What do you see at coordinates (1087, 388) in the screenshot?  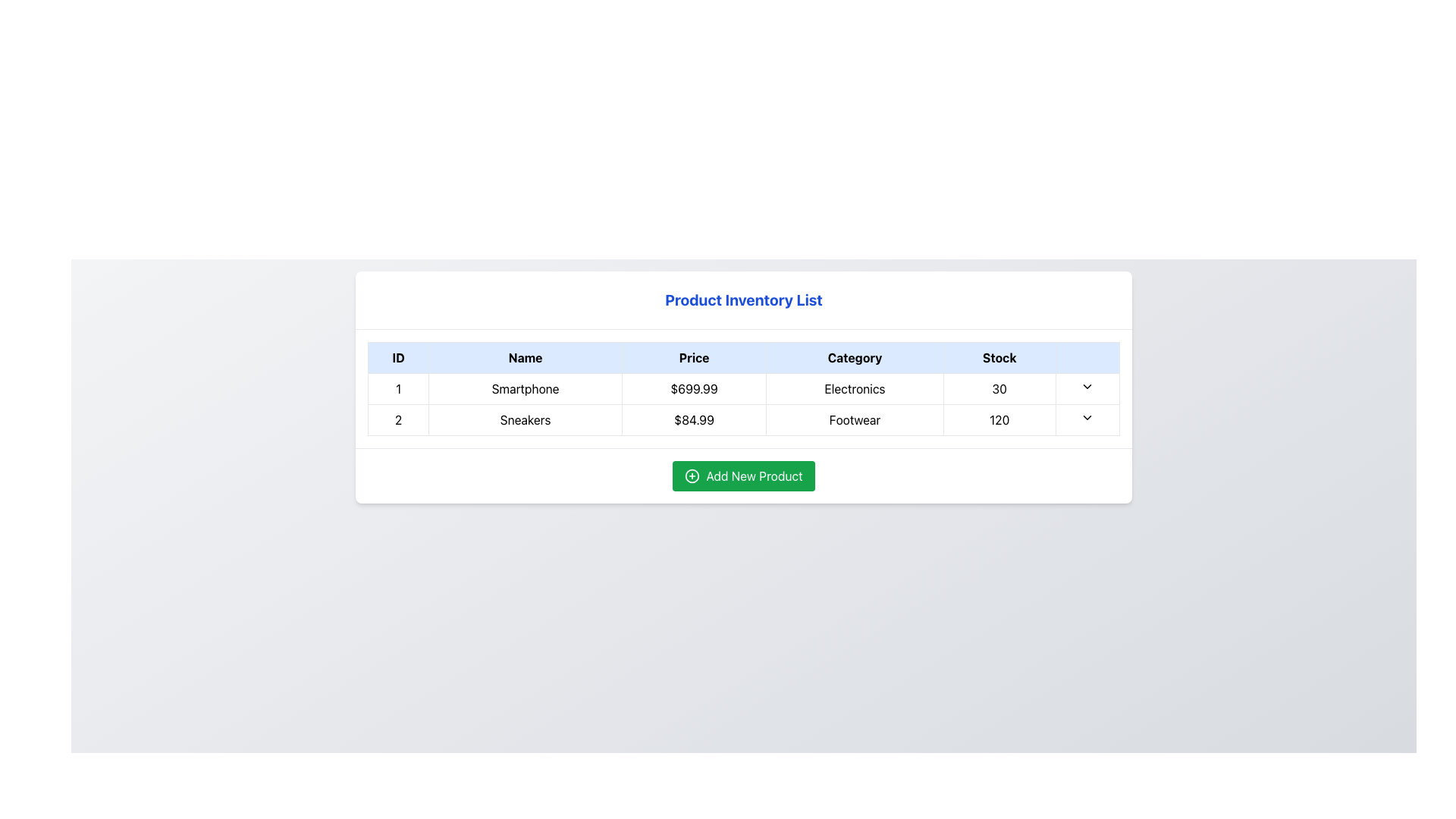 I see `the dropdown arrow icon in the last column of the row for the product 'Smartphone'` at bounding box center [1087, 388].